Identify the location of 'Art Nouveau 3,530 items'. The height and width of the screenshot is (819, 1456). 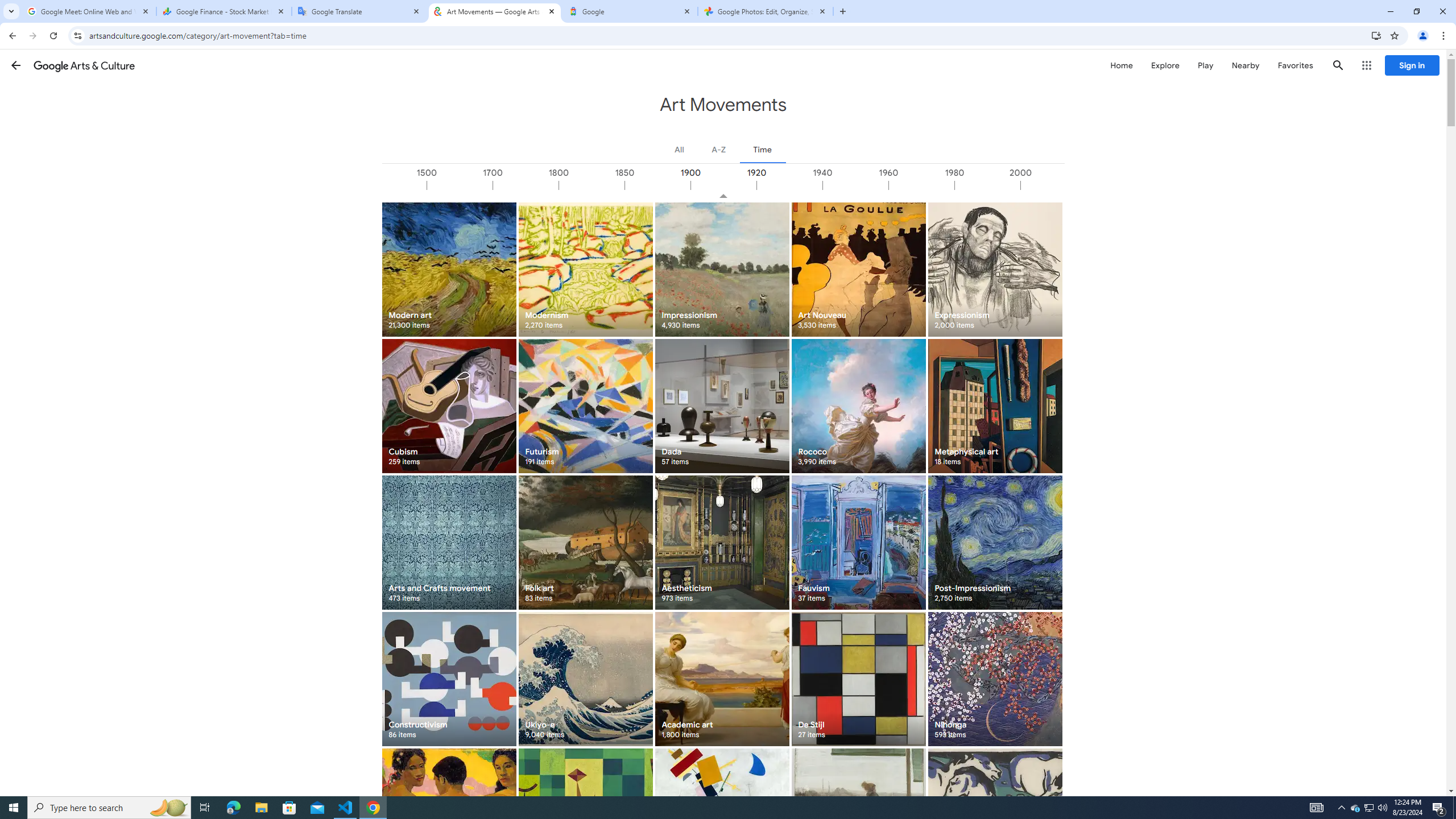
(858, 268).